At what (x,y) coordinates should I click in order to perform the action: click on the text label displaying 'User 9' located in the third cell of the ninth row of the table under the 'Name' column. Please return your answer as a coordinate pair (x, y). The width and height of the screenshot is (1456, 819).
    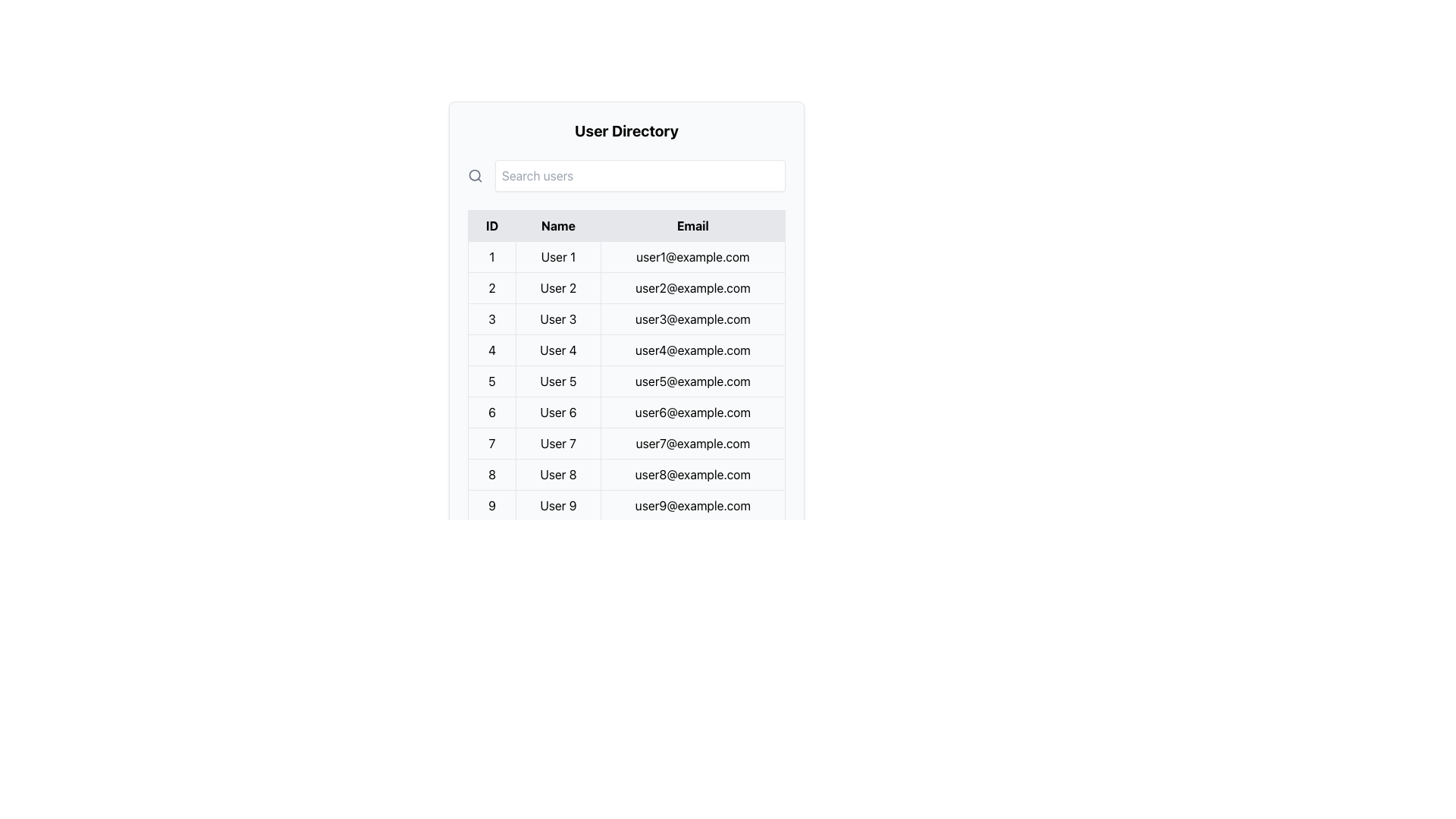
    Looking at the image, I should click on (557, 506).